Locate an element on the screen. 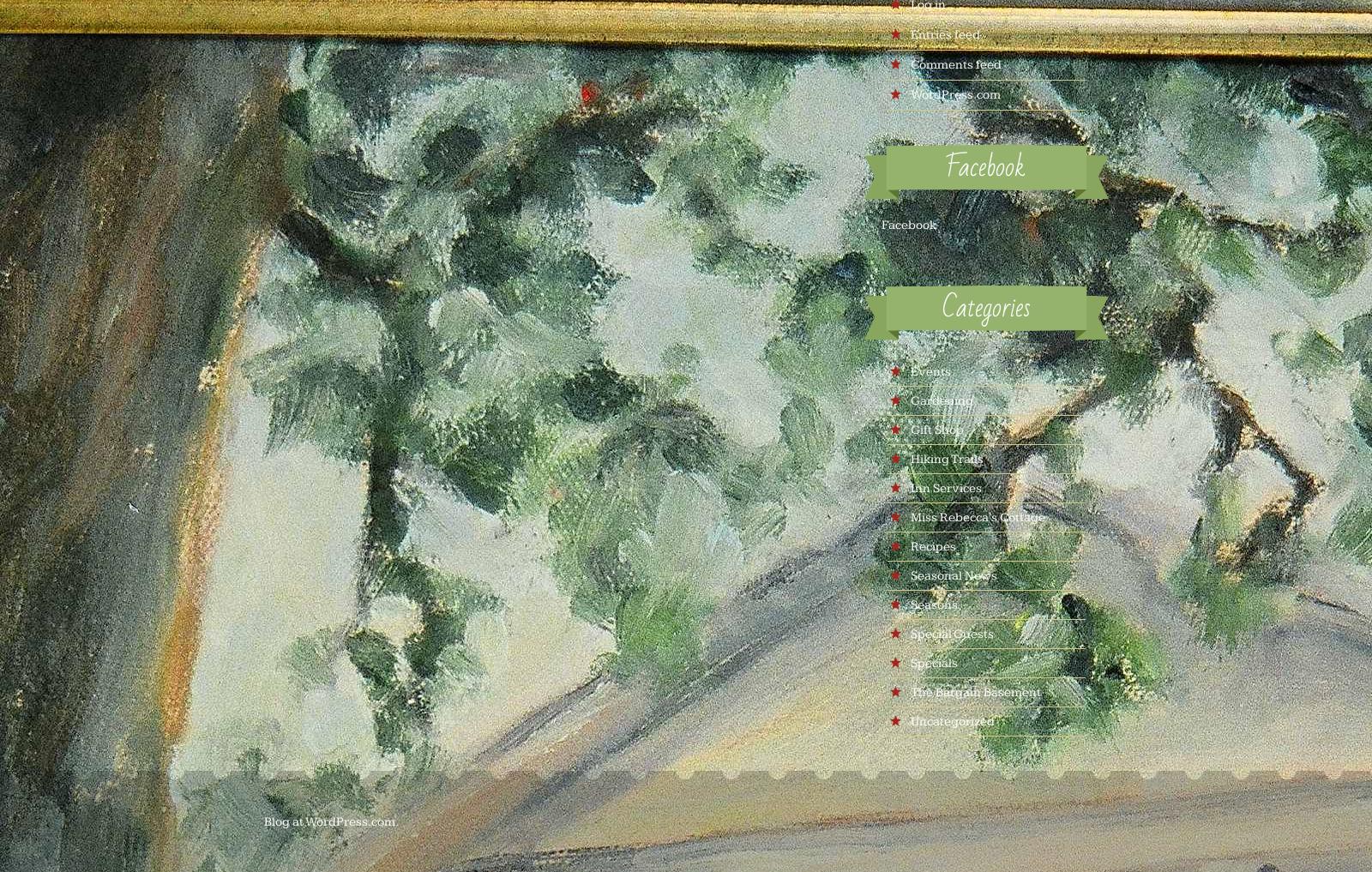  'The Bargain Basement' is located at coordinates (974, 691).